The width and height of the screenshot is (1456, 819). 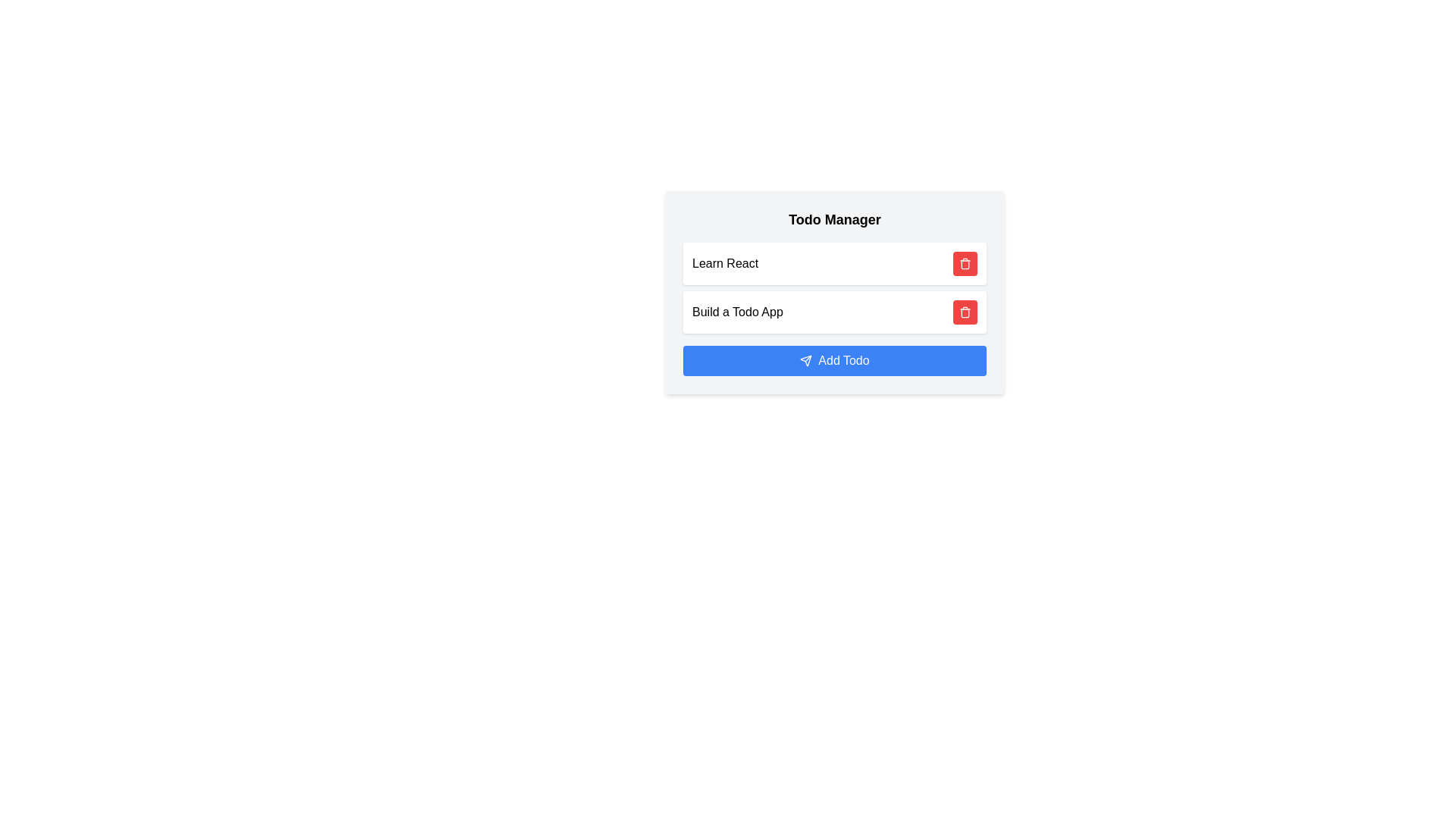 What do you see at coordinates (737, 312) in the screenshot?
I see `the static text element representing a todo item in the second todo card, located below 'Learn React' and to the left of the delete button` at bounding box center [737, 312].